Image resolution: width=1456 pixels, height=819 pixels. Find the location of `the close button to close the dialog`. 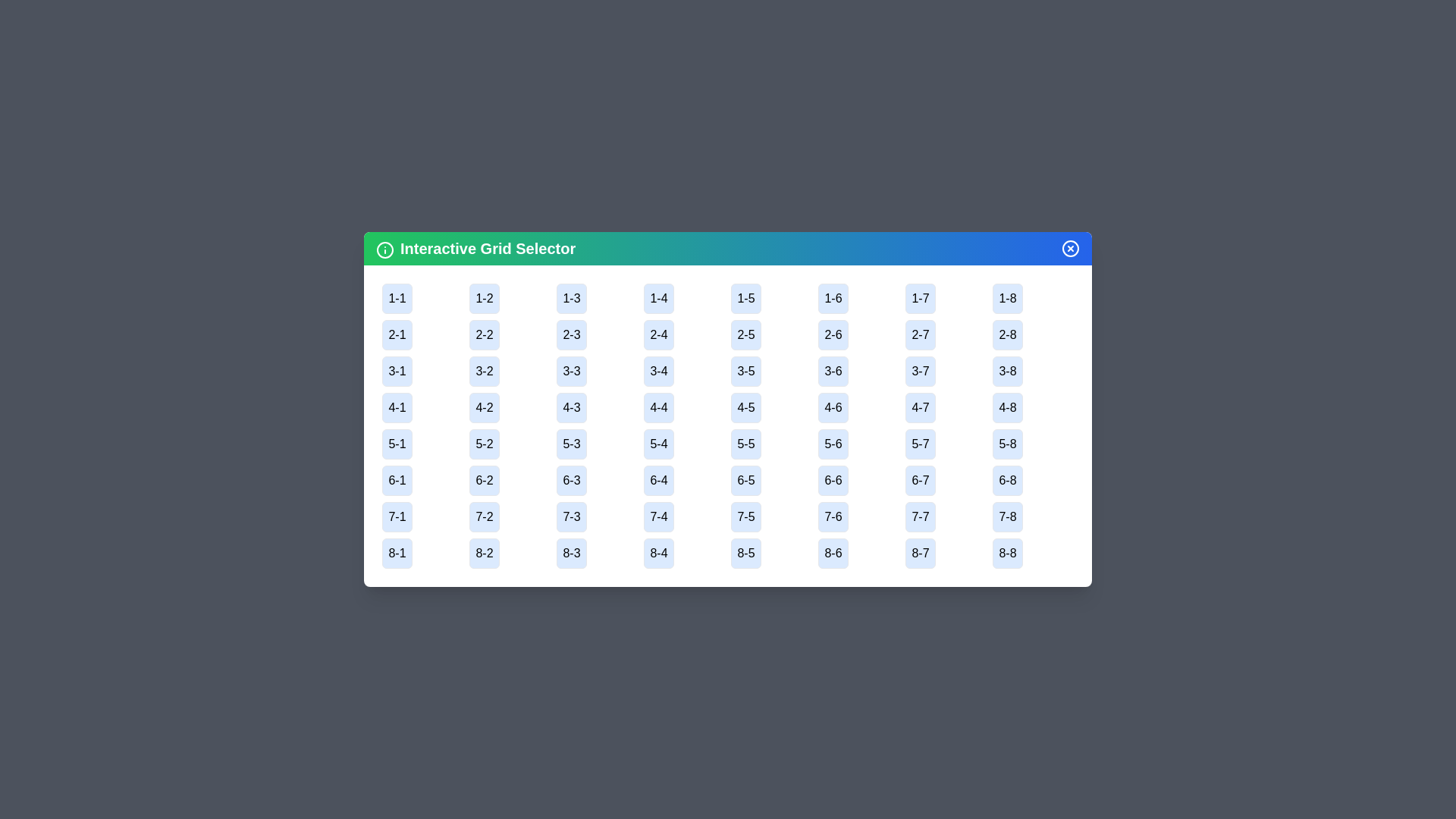

the close button to close the dialog is located at coordinates (1069, 247).